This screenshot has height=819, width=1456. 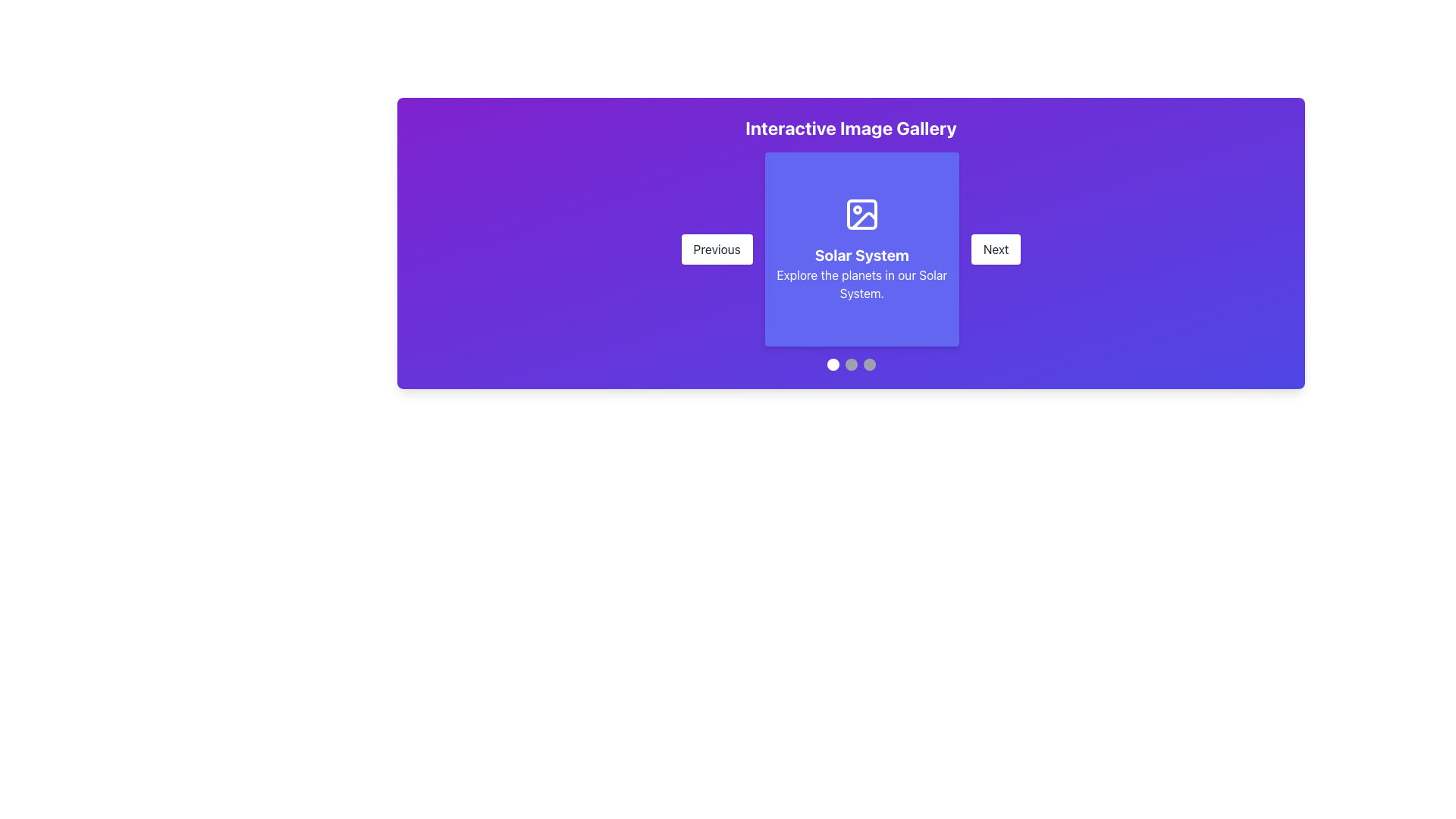 What do you see at coordinates (716, 248) in the screenshot?
I see `the 'Previous' button, a rectangular white button with black text` at bounding box center [716, 248].